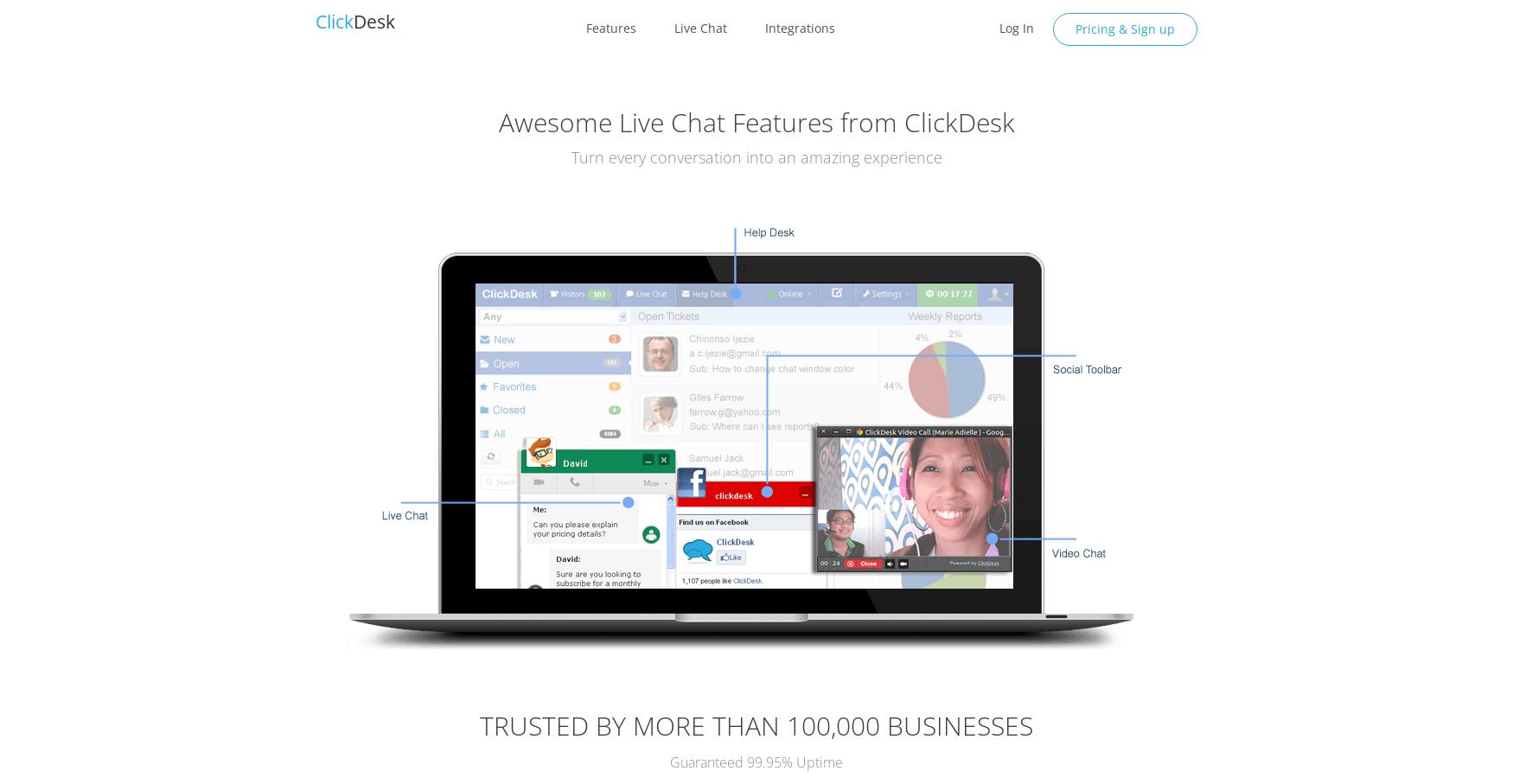 The height and width of the screenshot is (784, 1513). Describe the element at coordinates (333, 21) in the screenshot. I see `'Click'` at that location.